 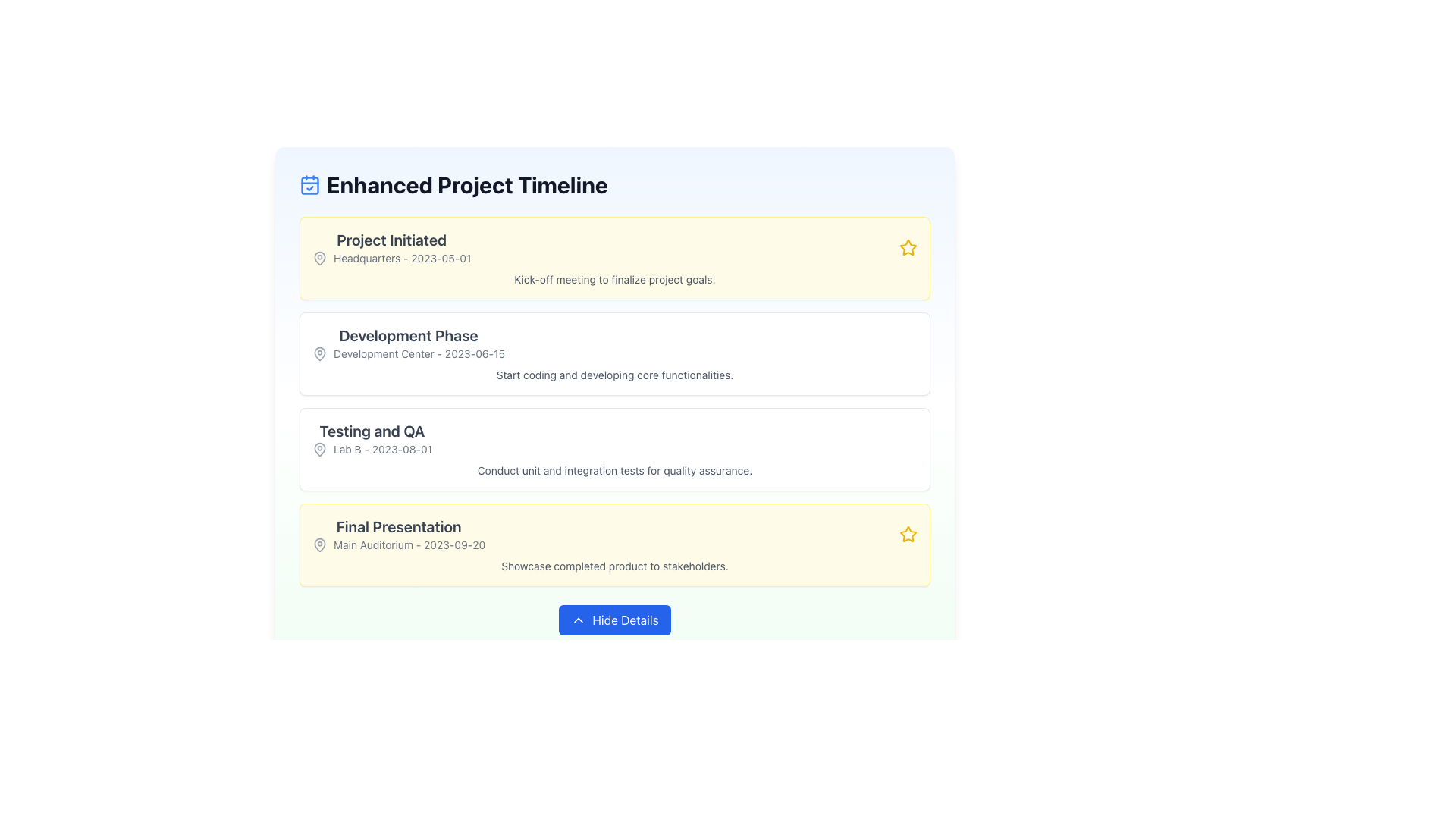 I want to click on the informational block that describes the 'Testing and QA' phase, located between the 'Development Phase' and 'Final Presentation' sections, so click(x=615, y=438).